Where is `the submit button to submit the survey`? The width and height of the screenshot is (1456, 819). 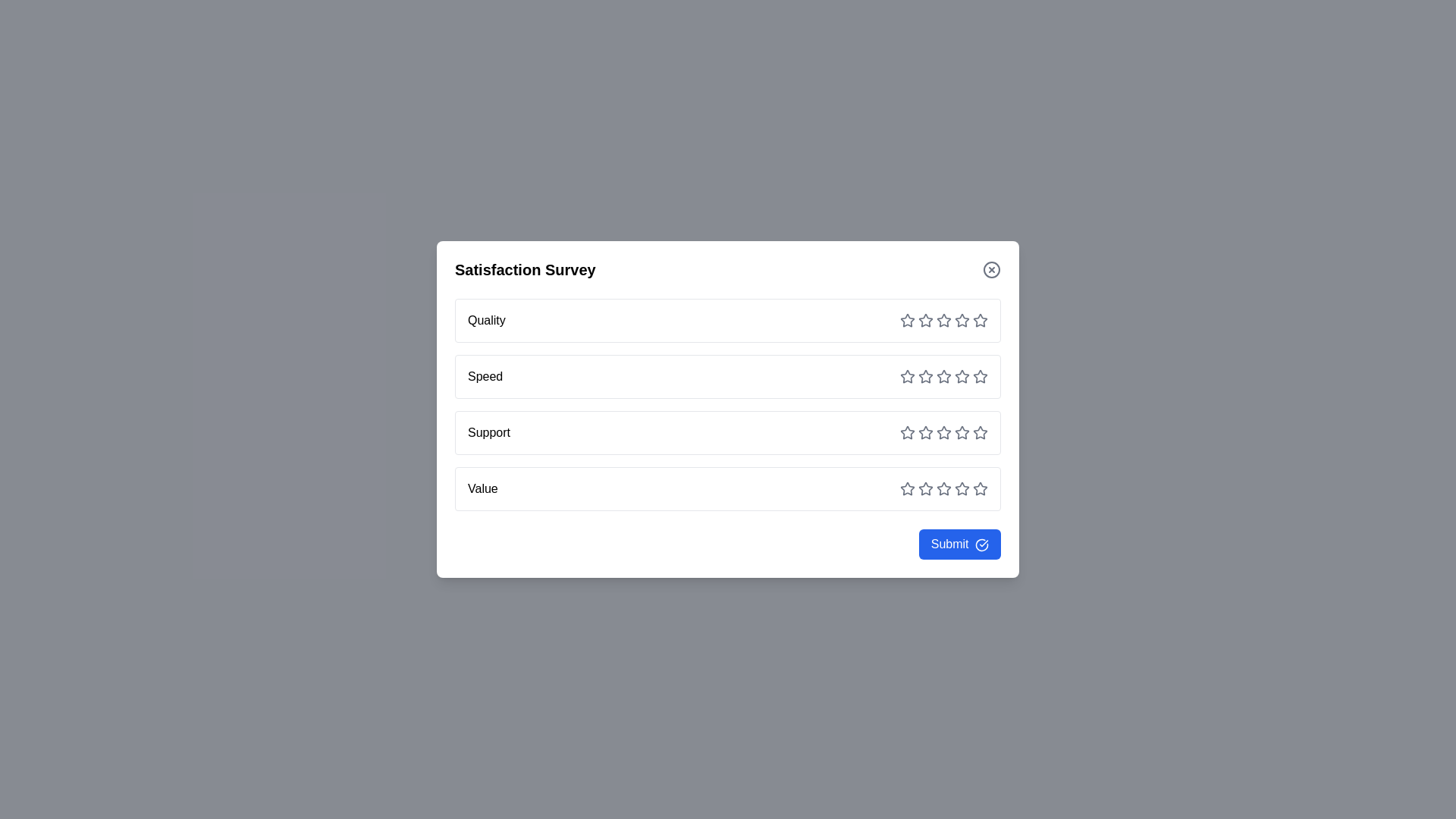
the submit button to submit the survey is located at coordinates (959, 543).